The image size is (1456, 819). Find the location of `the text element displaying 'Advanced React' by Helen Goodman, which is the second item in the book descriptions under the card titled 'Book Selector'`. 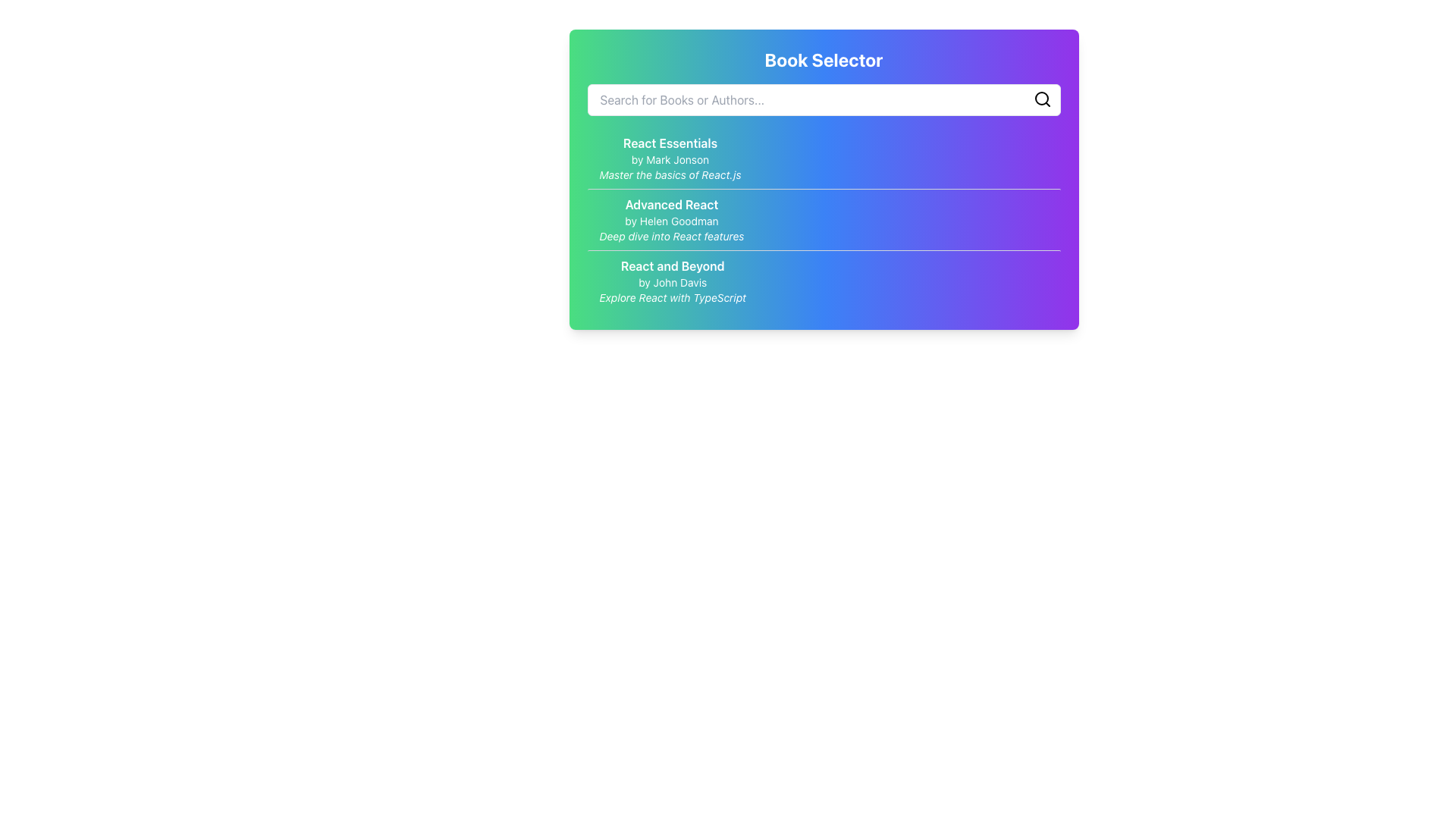

the text element displaying 'Advanced React' by Helen Goodman, which is the second item in the book descriptions under the card titled 'Book Selector' is located at coordinates (671, 219).